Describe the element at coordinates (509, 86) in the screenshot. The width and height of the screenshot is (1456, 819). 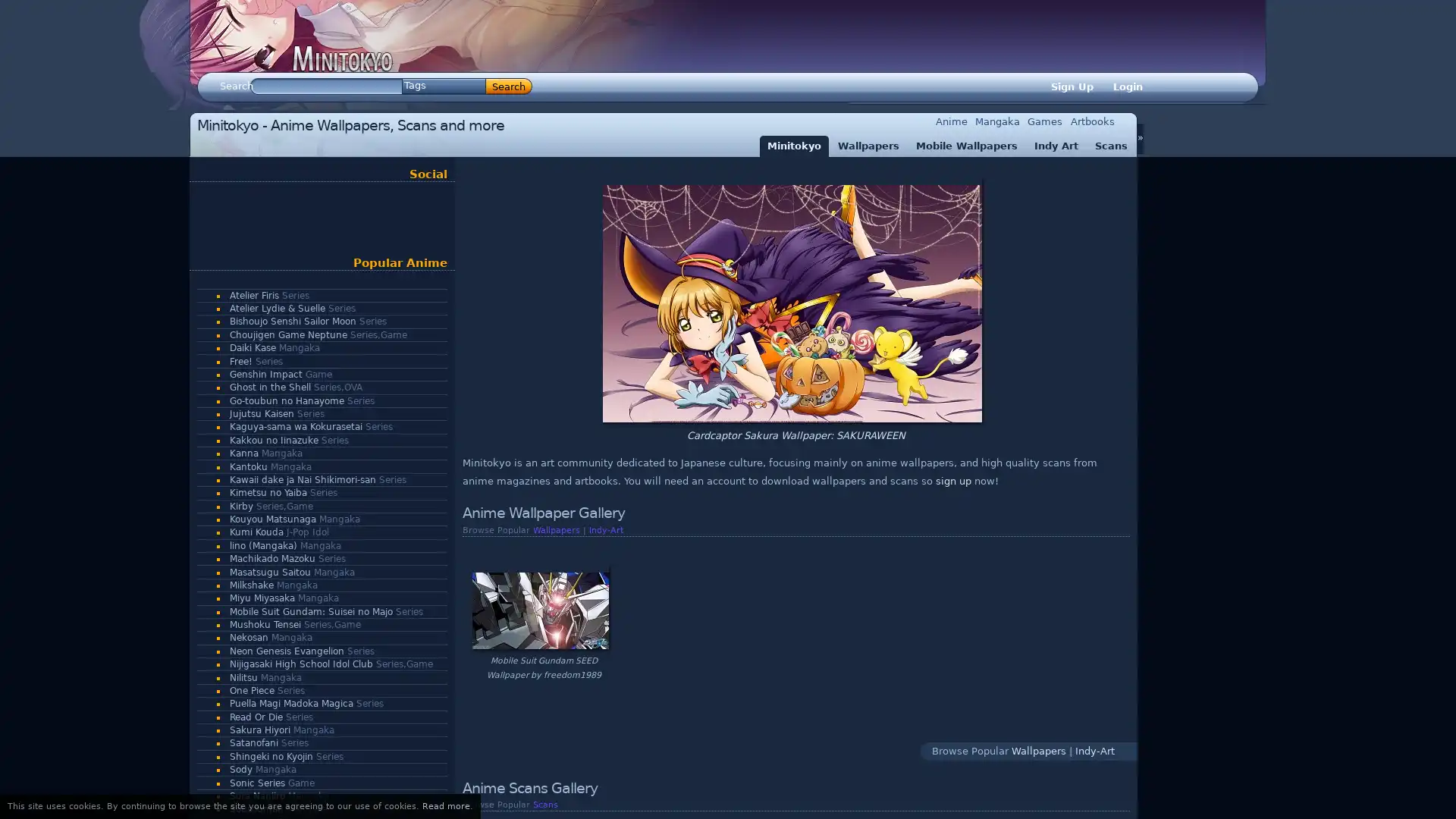
I see `Search` at that location.